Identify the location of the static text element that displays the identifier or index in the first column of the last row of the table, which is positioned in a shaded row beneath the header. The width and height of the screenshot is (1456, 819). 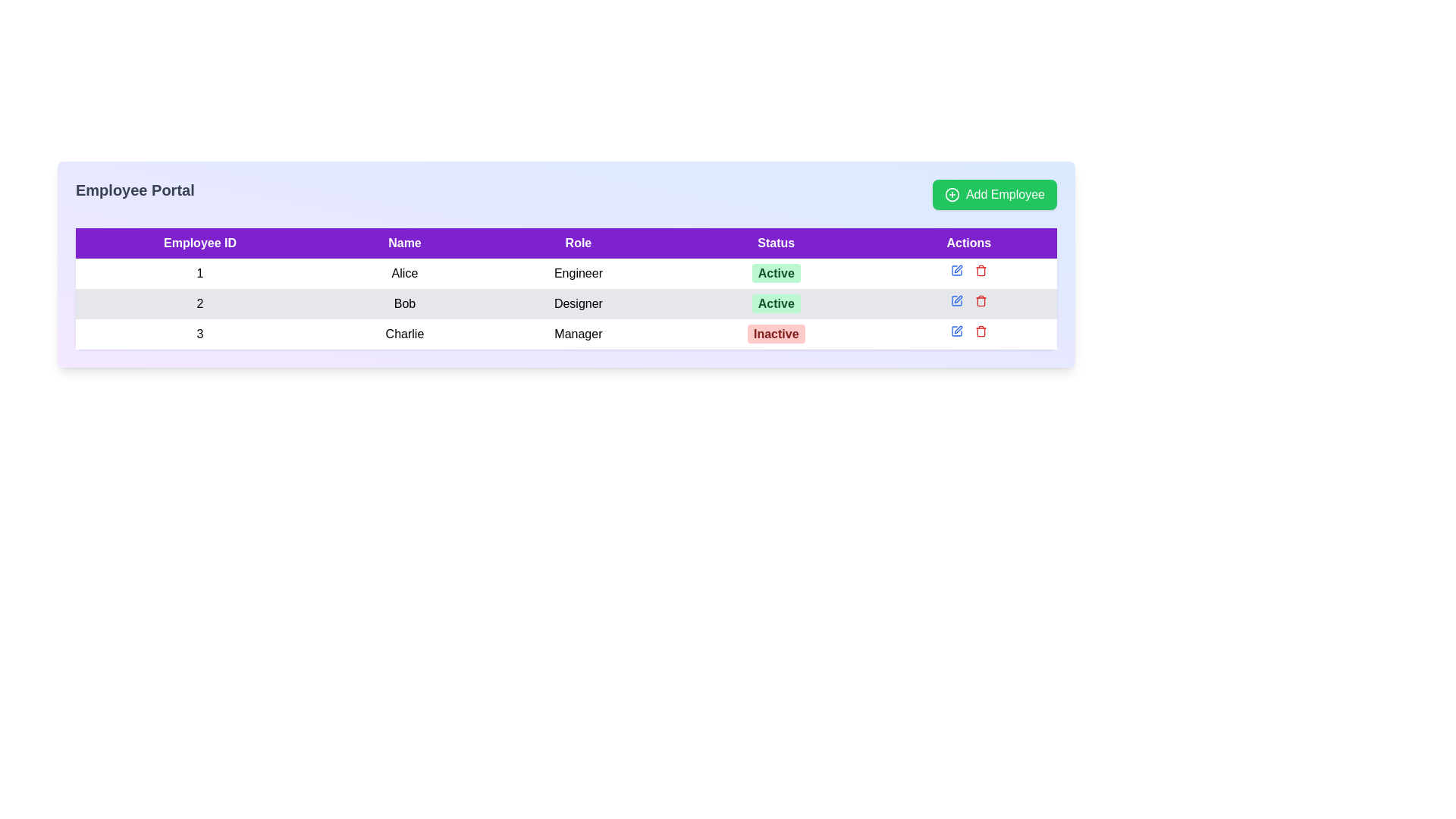
(199, 333).